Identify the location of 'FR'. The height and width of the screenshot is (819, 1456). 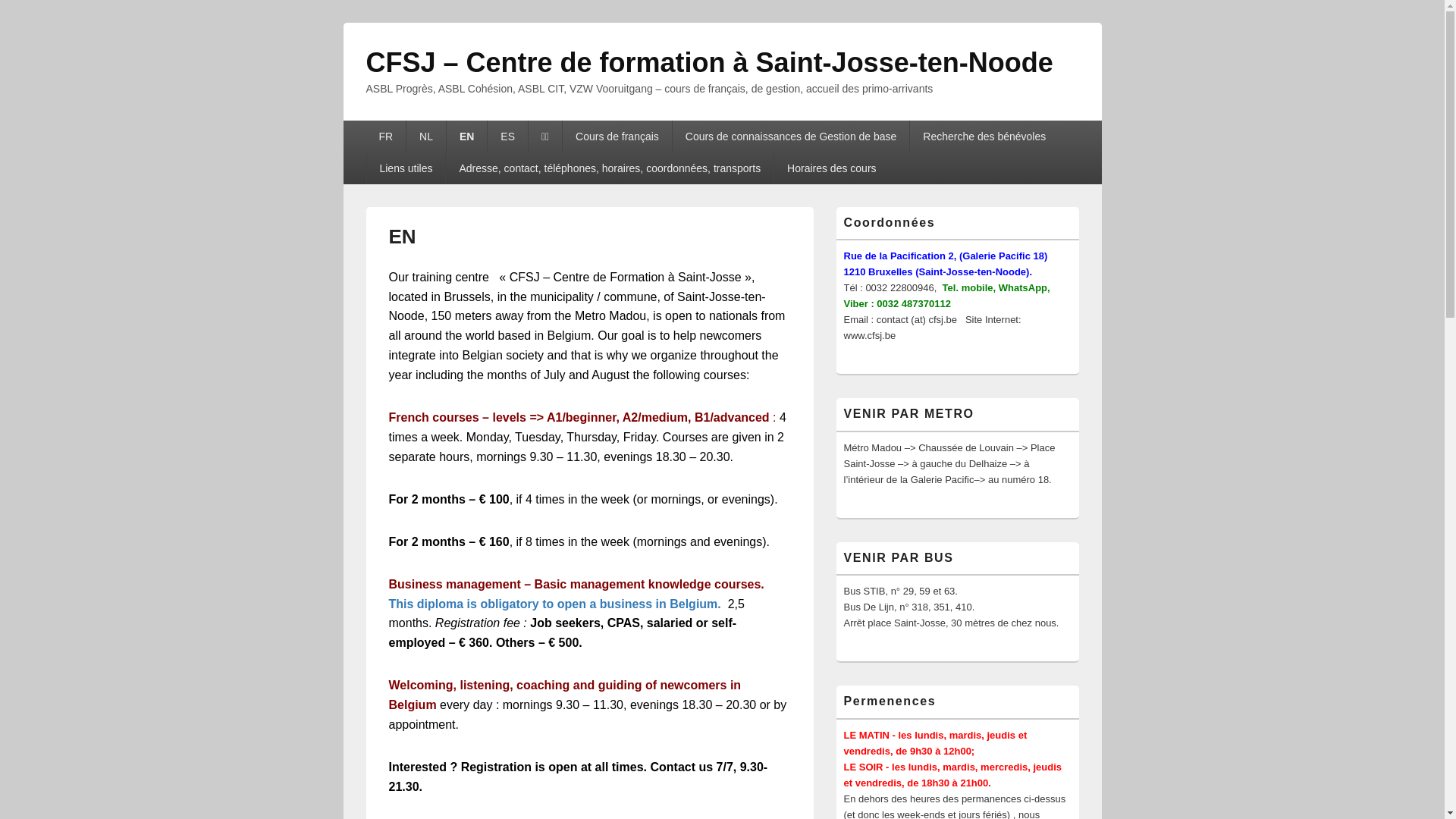
(385, 136).